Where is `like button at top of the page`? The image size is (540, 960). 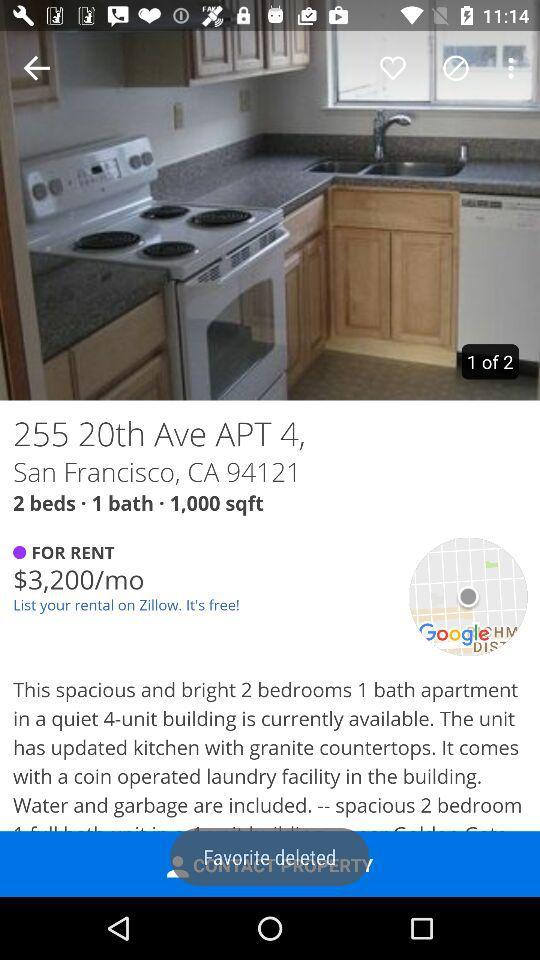 like button at top of the page is located at coordinates (393, 68).